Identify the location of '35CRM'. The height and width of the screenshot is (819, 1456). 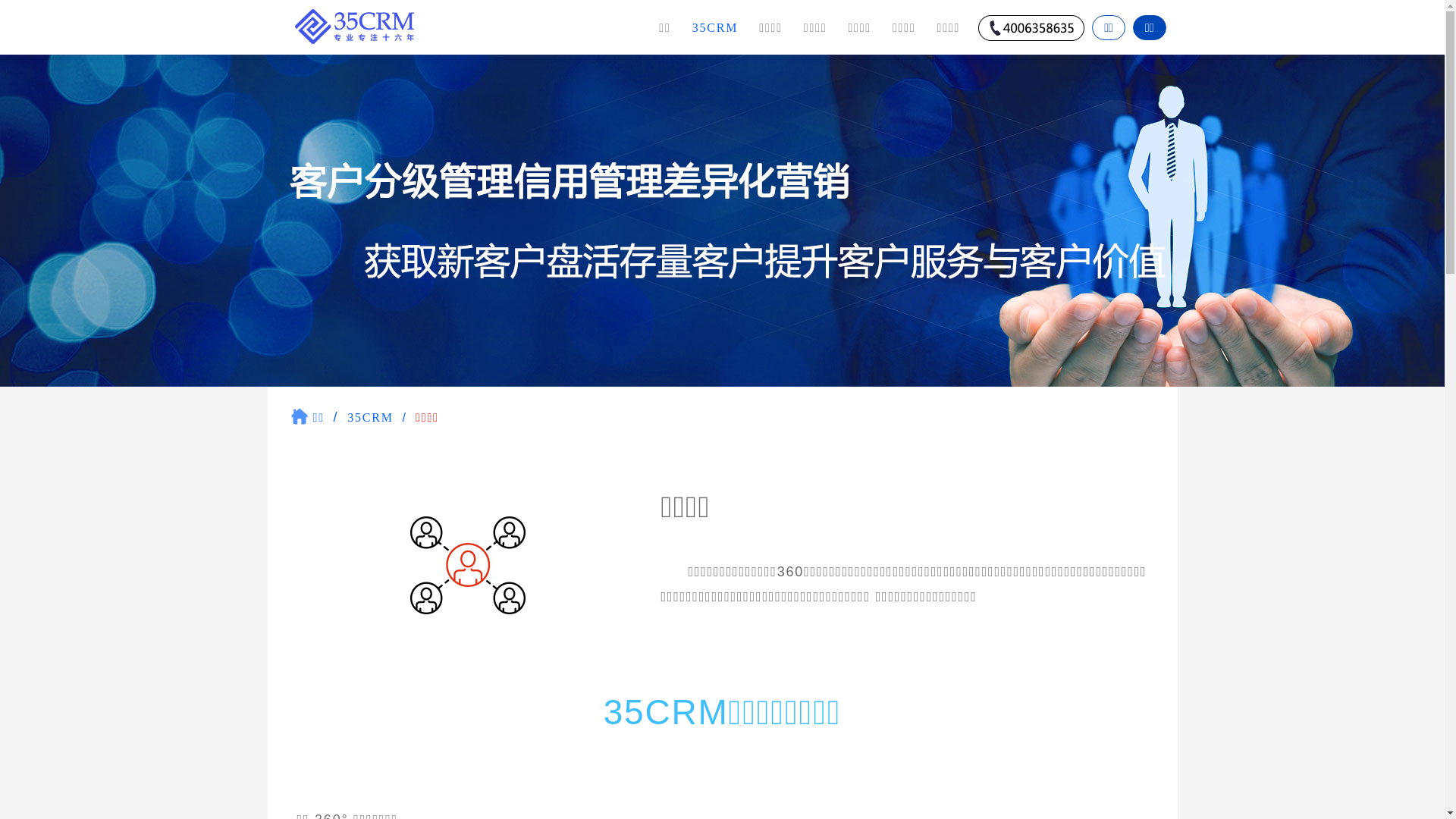
(346, 417).